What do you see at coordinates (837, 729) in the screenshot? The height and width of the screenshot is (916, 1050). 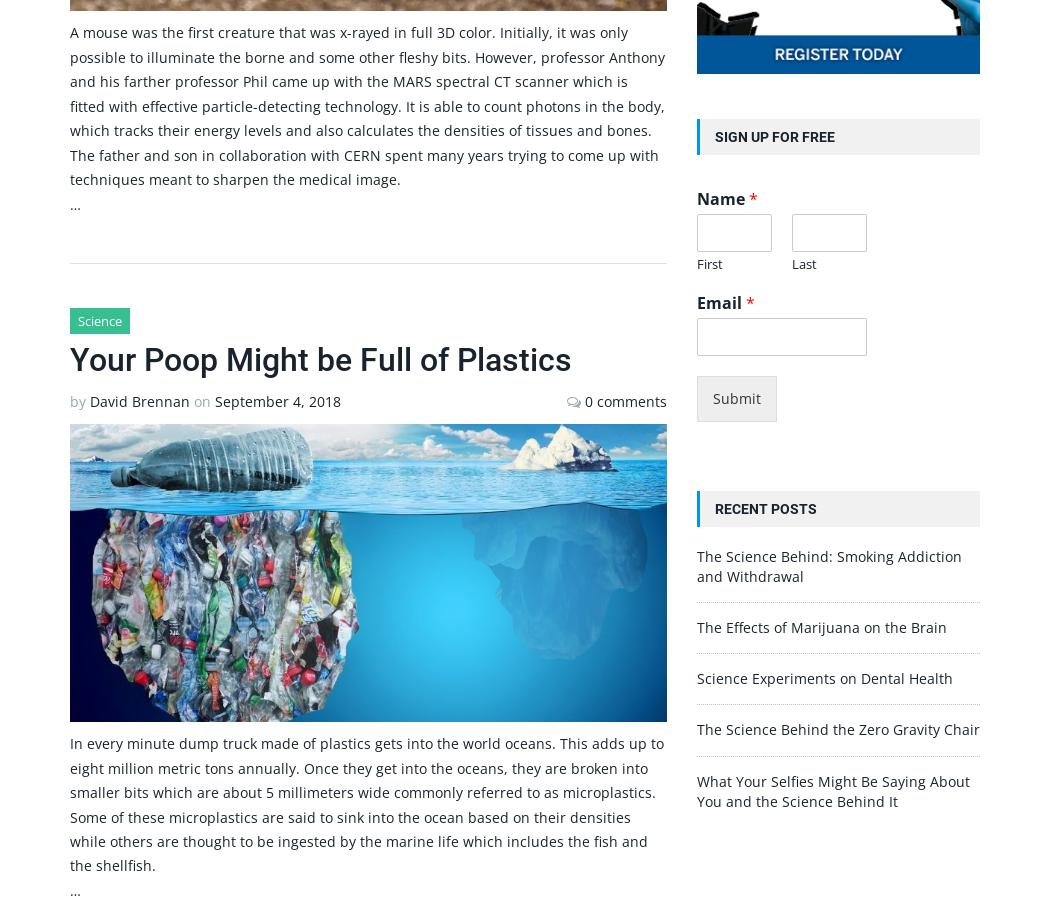 I see `'The Science Behind the Zero Gravity Chair'` at bounding box center [837, 729].